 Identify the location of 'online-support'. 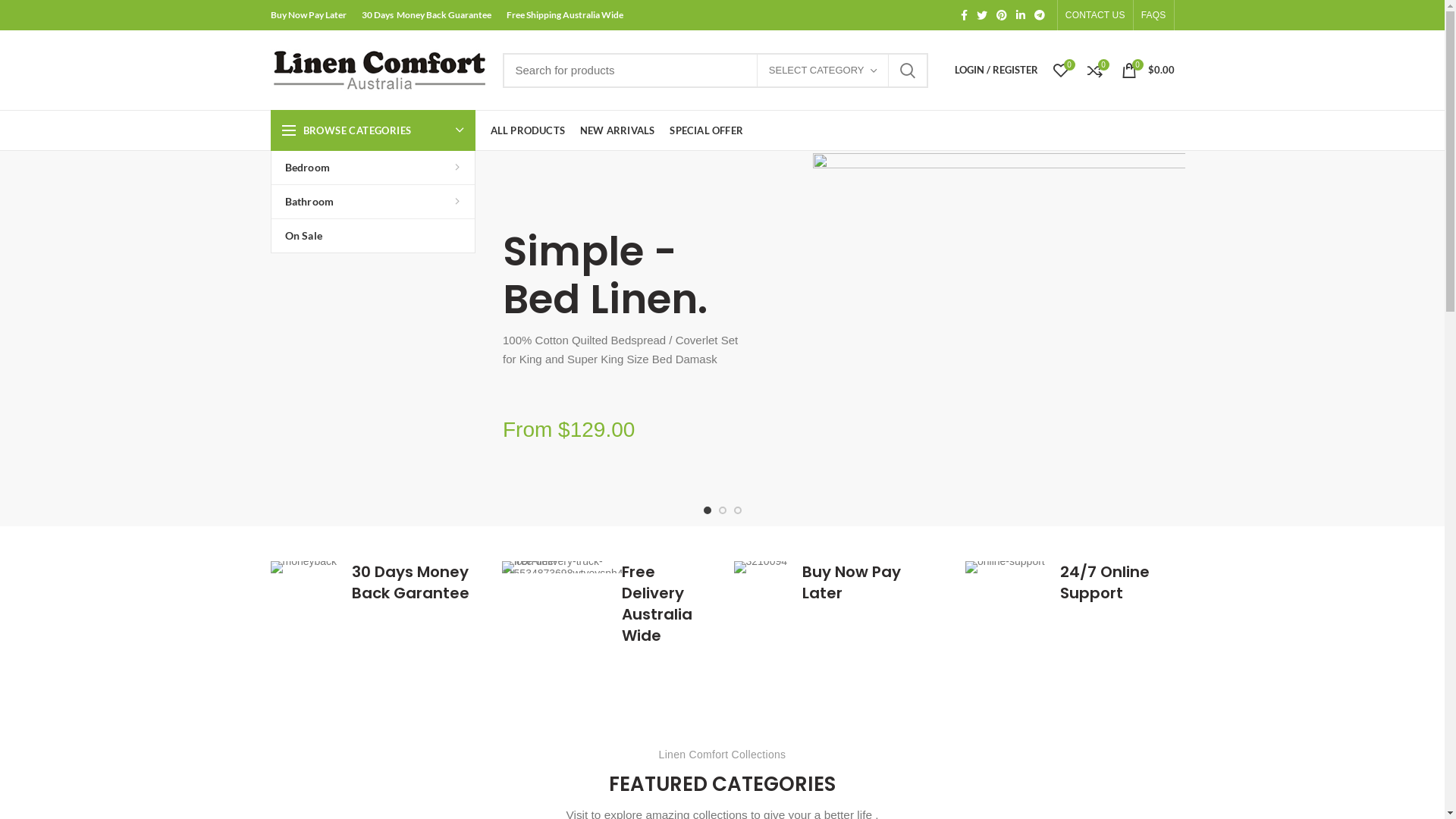
(1005, 567).